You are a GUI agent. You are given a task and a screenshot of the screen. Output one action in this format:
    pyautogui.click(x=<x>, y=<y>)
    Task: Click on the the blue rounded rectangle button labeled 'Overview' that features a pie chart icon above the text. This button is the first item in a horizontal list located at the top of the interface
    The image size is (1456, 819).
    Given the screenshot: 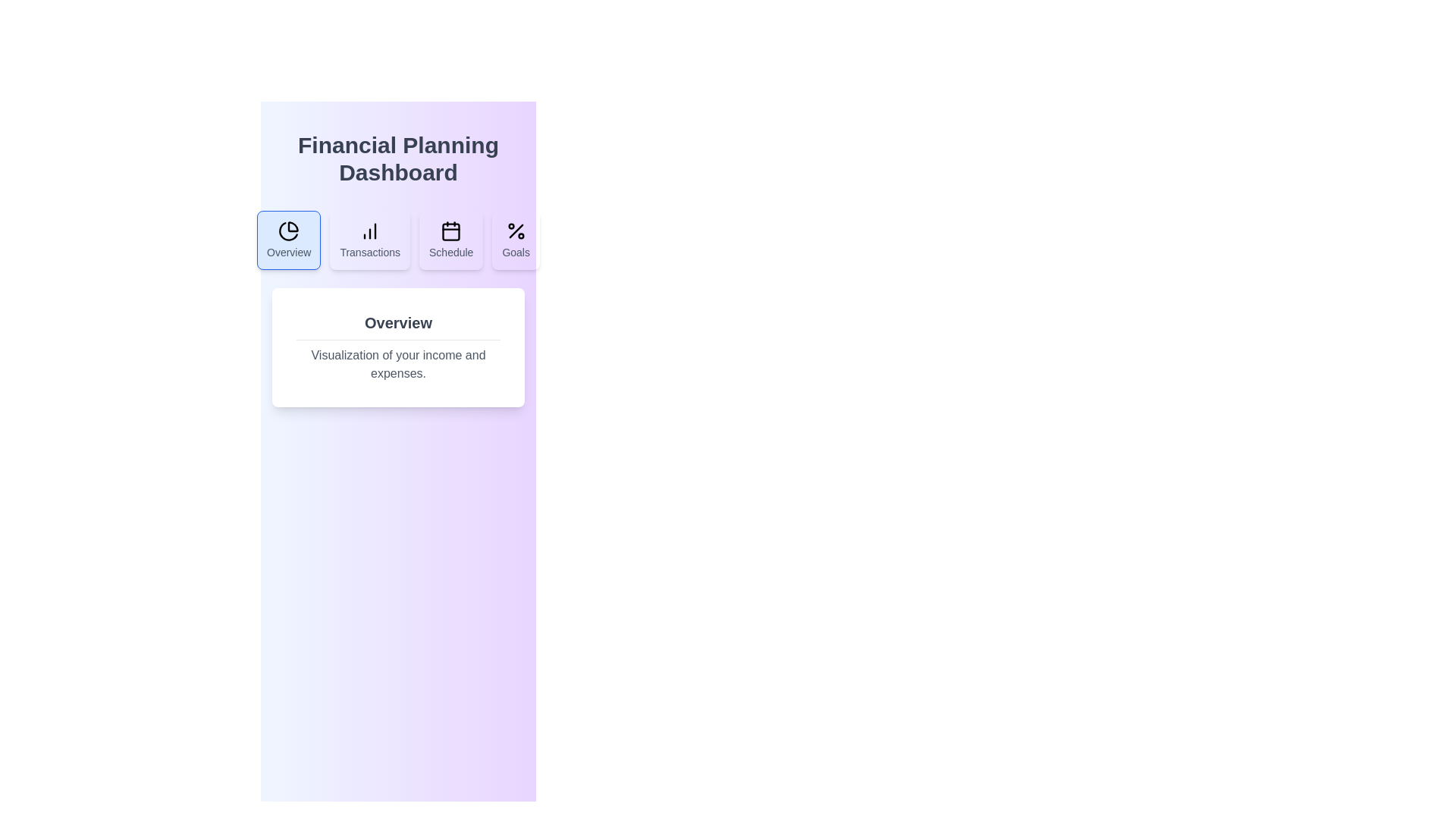 What is the action you would take?
    pyautogui.click(x=289, y=239)
    